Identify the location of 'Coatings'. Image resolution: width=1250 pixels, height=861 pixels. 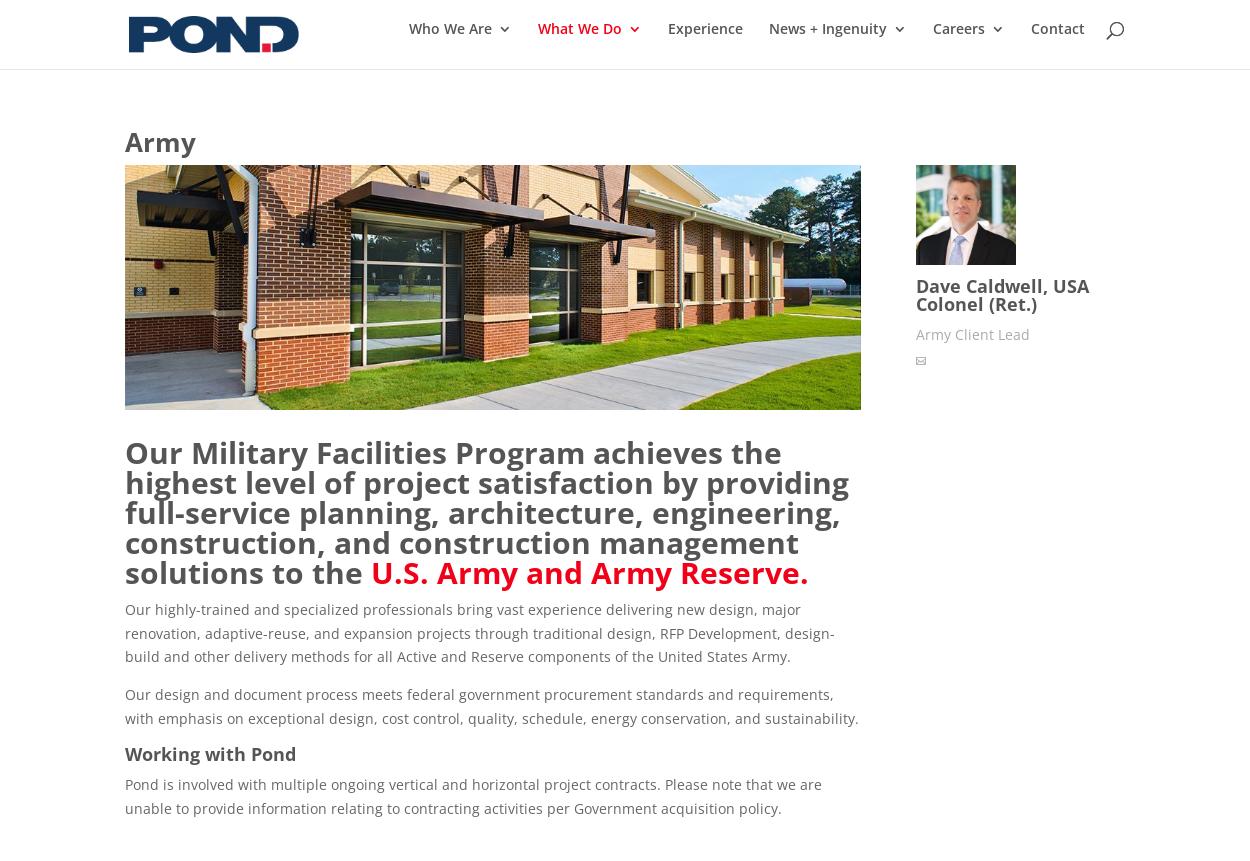
(847, 317).